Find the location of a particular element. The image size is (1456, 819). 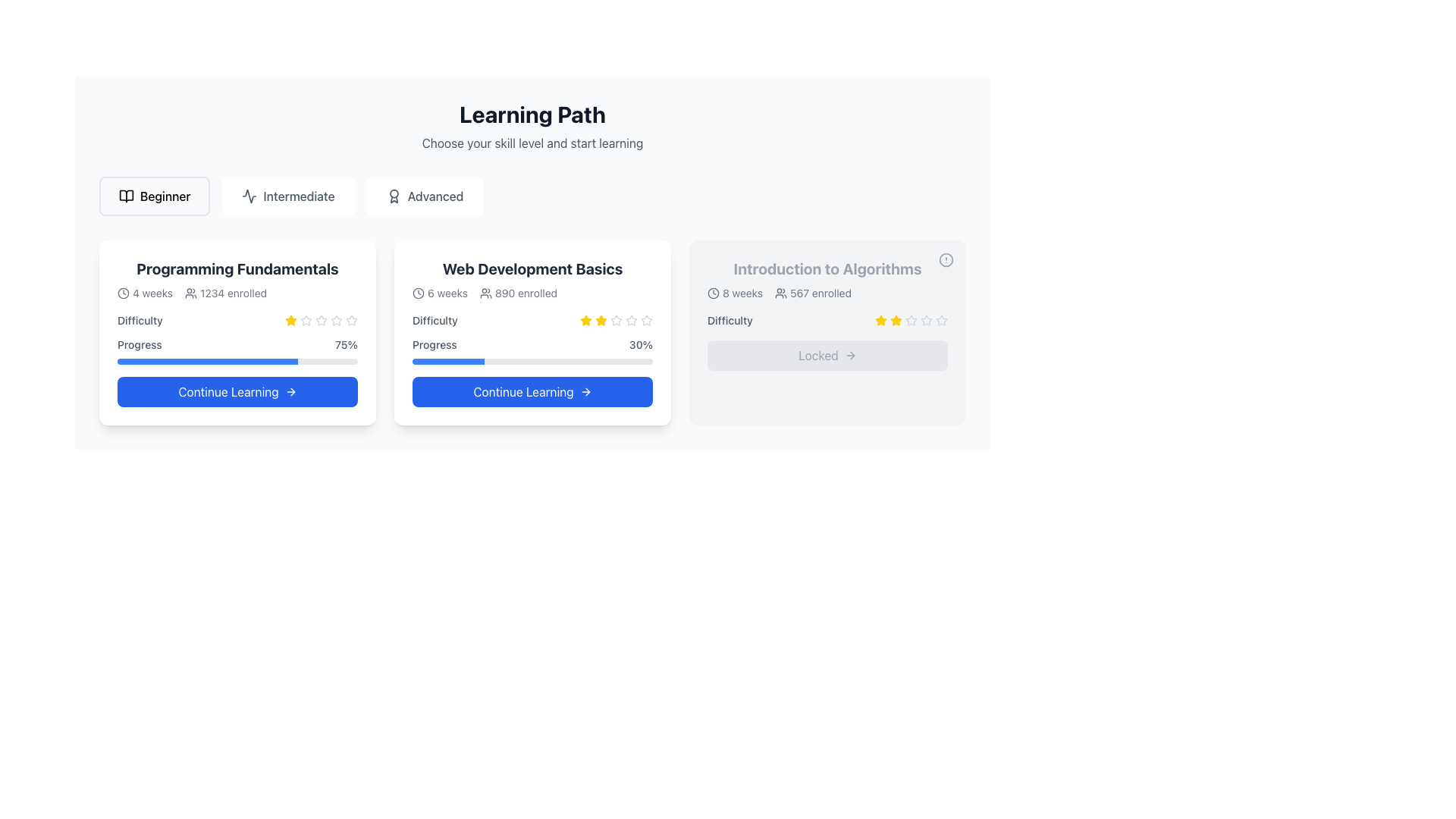

the progress percentage display for the 'Programming Fundamentals' module, which is centrally positioned within the information card, above the blue progress bar and below the 'Difficulty' rating is located at coordinates (237, 345).